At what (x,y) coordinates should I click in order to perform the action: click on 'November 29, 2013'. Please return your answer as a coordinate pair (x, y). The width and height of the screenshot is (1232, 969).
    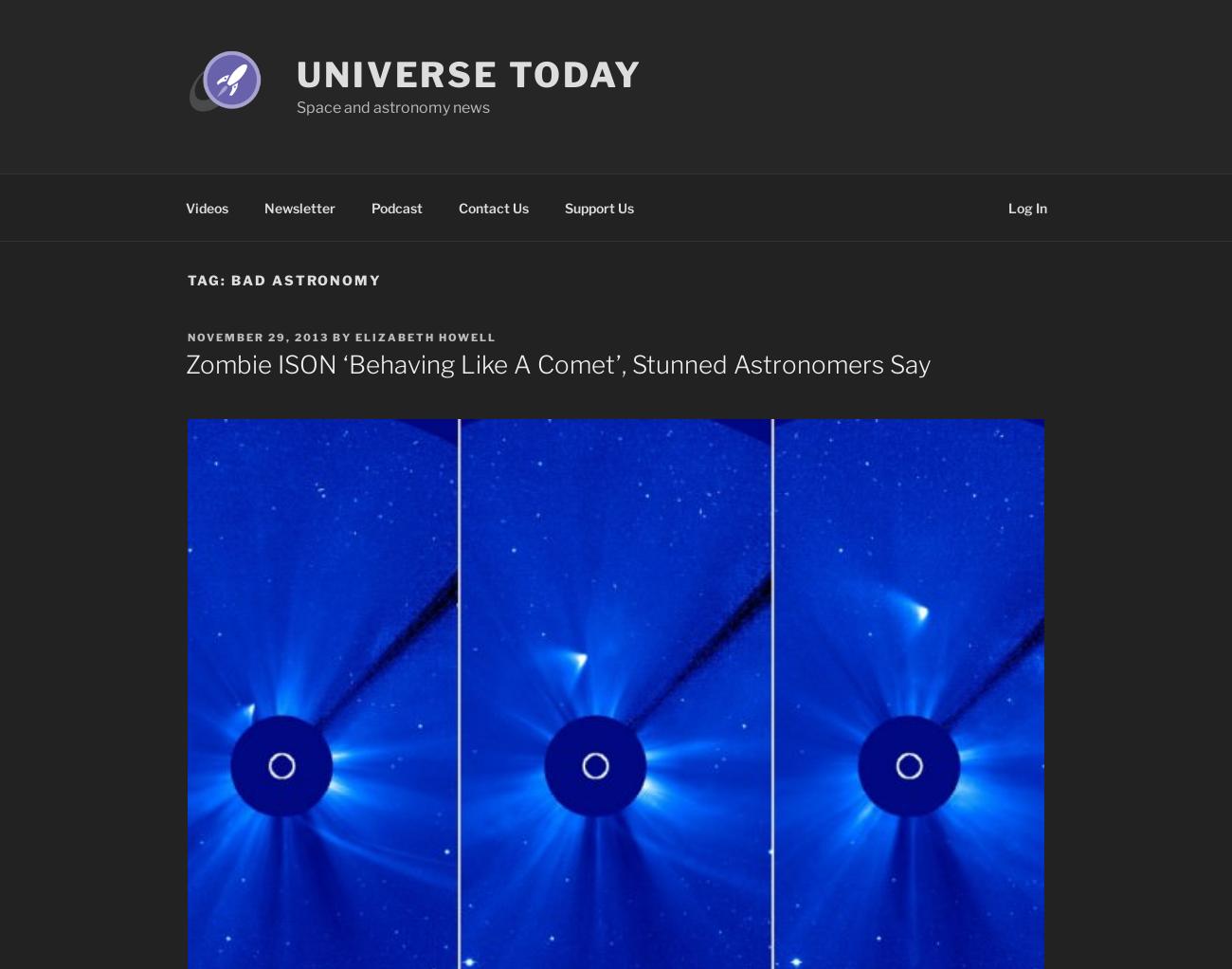
    Looking at the image, I should click on (258, 337).